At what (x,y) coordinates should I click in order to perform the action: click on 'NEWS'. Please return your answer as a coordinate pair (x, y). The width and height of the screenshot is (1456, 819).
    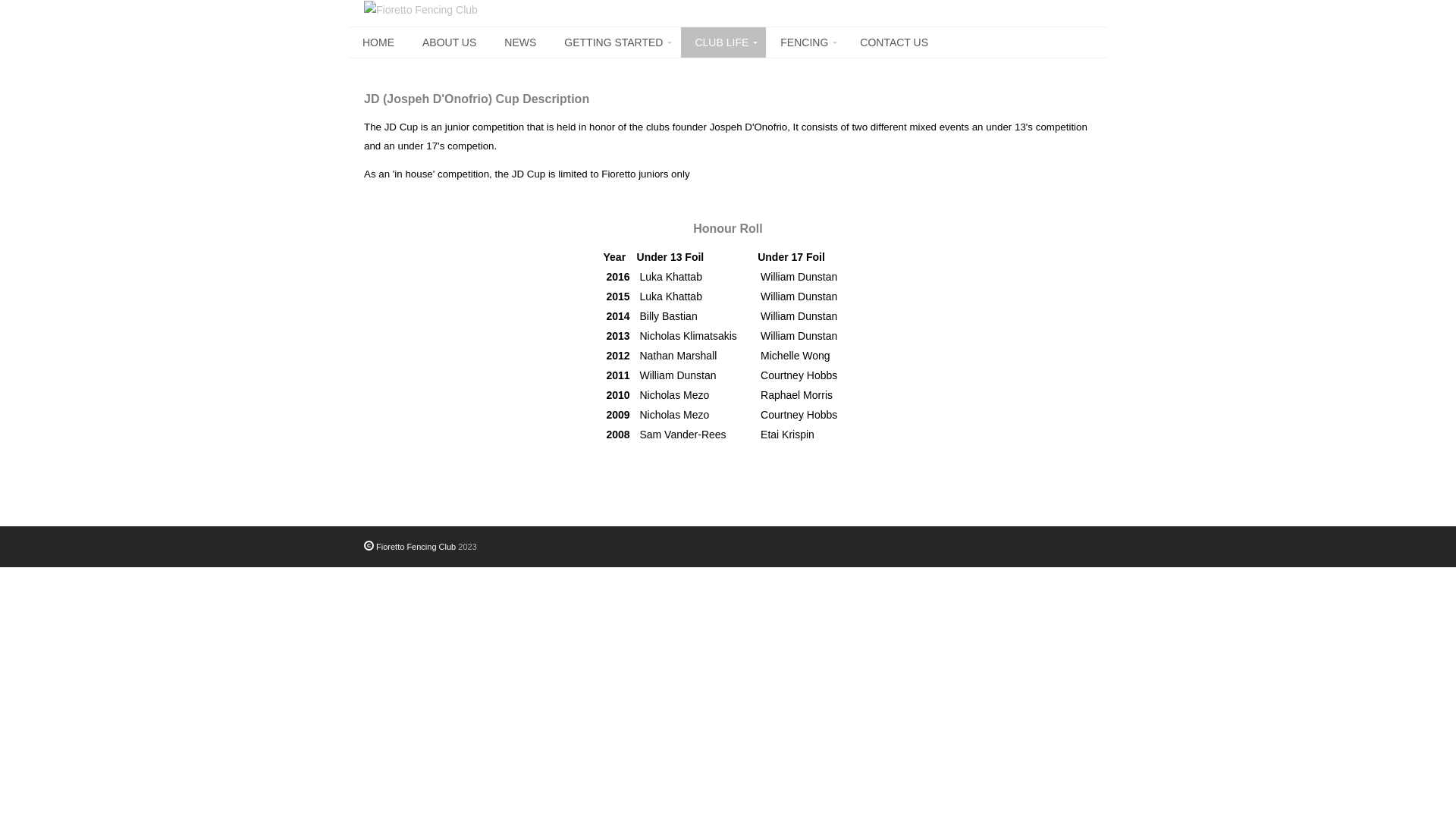
    Looking at the image, I should click on (520, 42).